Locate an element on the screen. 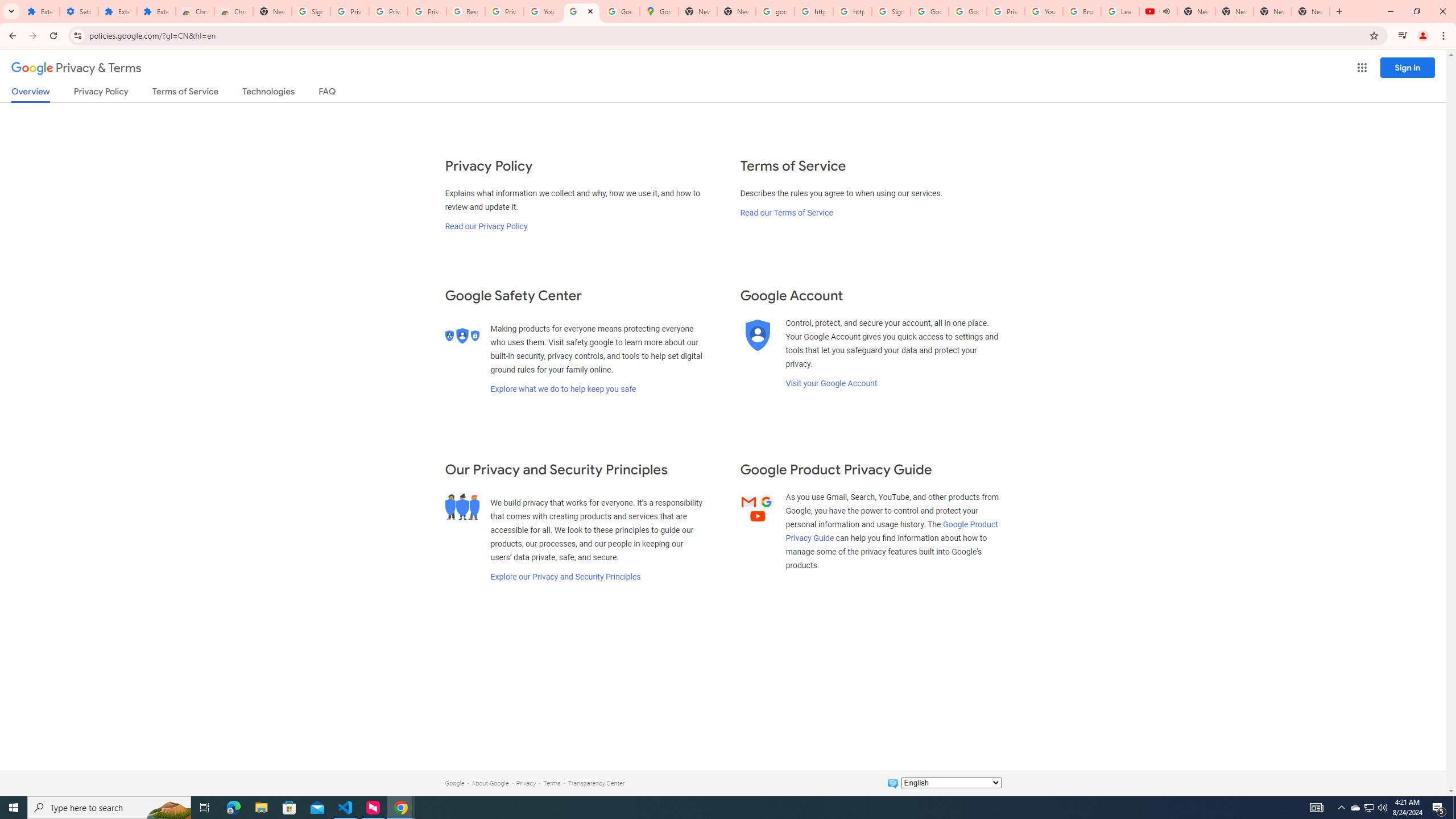 This screenshot has height=819, width=1456. 'Chrome Web Store' is located at coordinates (195, 11).